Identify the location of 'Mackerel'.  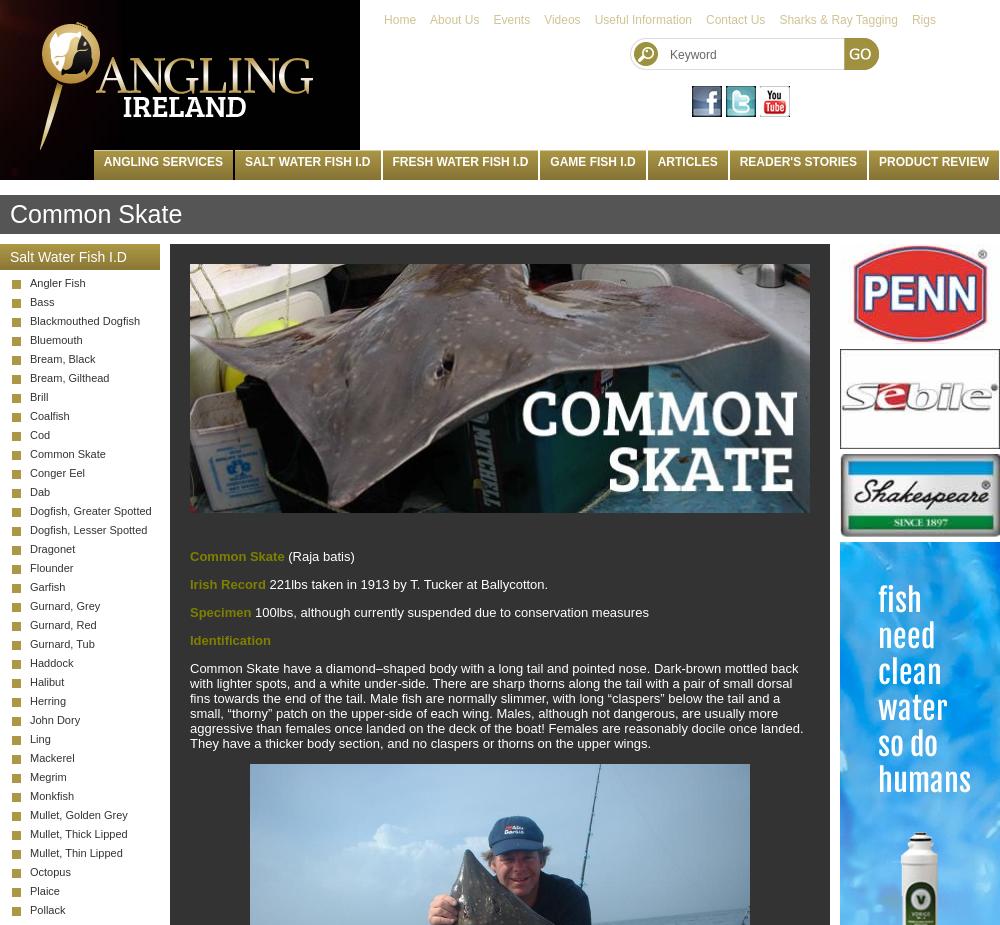
(52, 758).